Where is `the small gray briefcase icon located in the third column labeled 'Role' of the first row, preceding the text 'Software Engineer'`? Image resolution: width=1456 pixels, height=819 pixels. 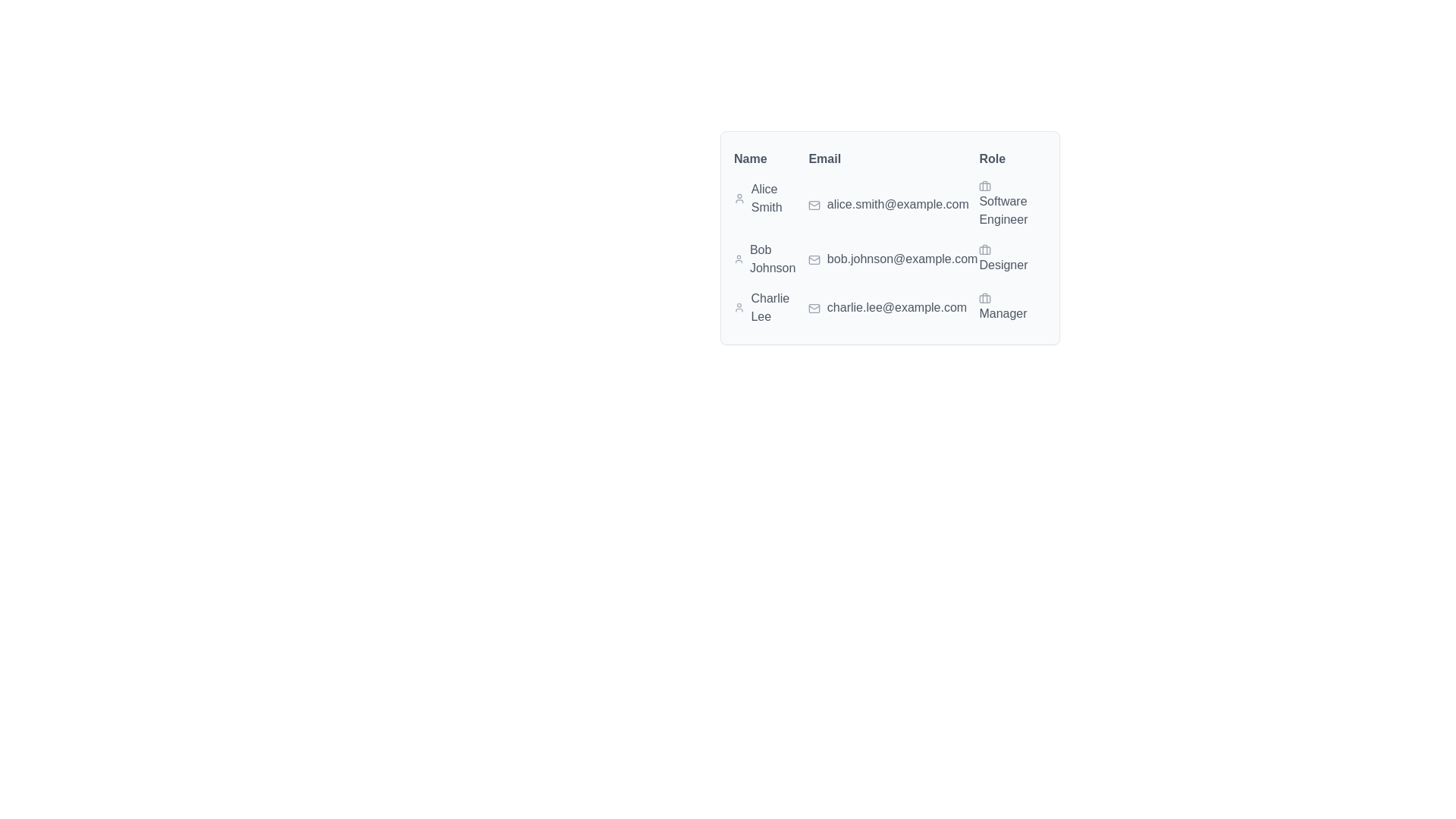 the small gray briefcase icon located in the third column labeled 'Role' of the first row, preceding the text 'Software Engineer' is located at coordinates (985, 186).